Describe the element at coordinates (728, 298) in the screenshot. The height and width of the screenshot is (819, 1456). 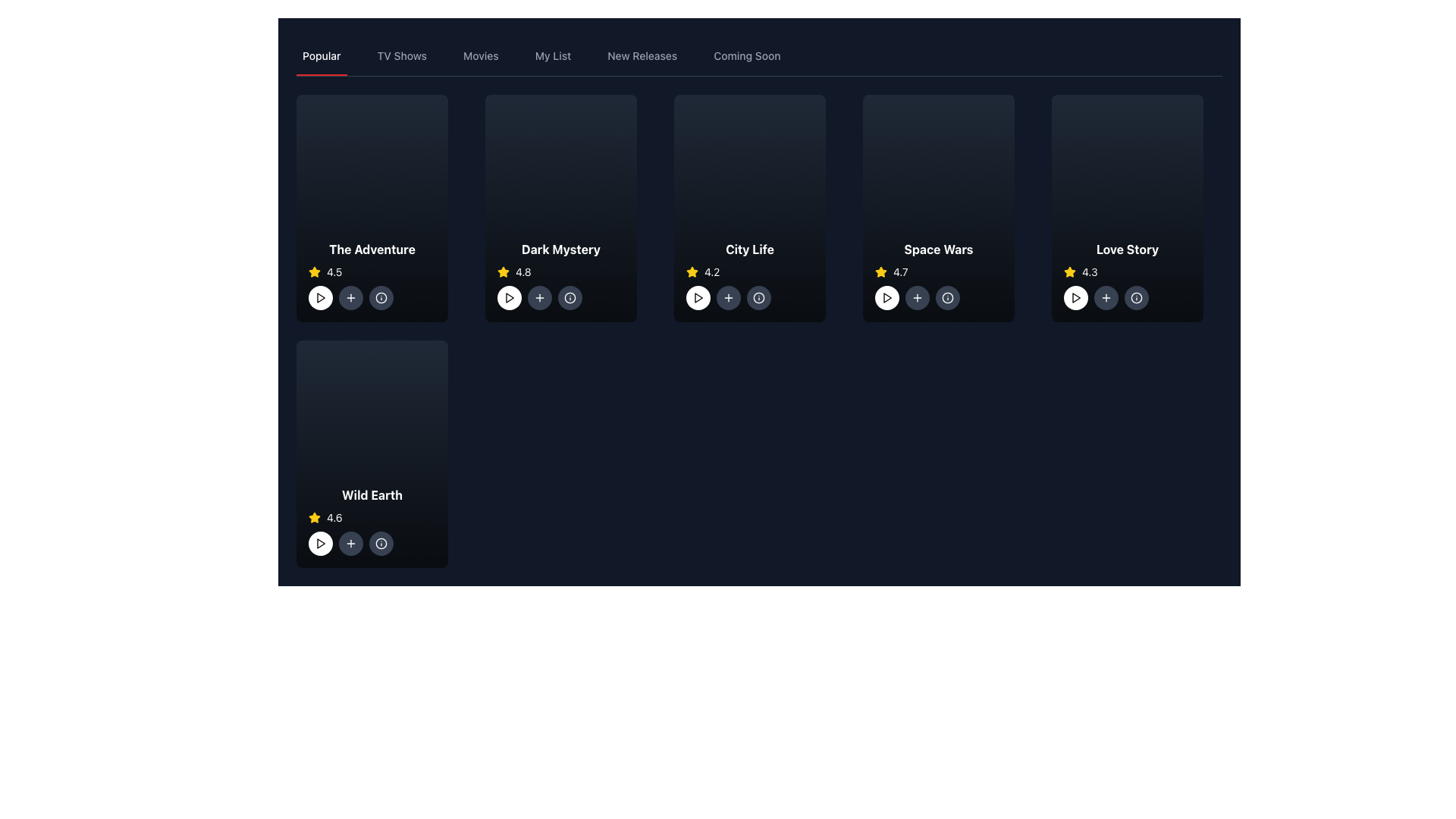
I see `the second button from the left in the row of three buttons under the 'City Life' card` at that location.